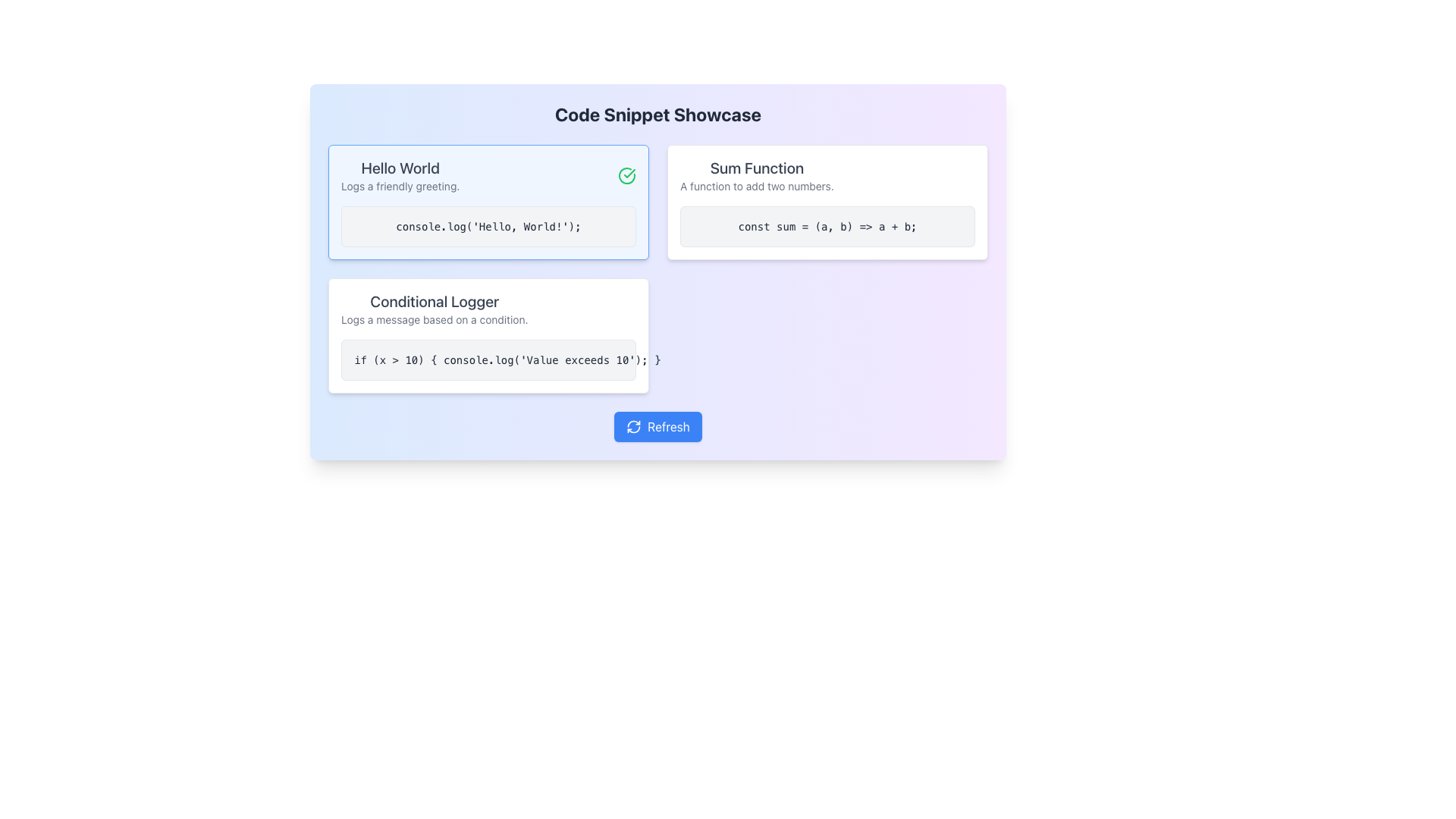 This screenshot has height=819, width=1456. I want to click on the static text label that describes the functionality of the code snippet labeled 'Hello World', located beneath the title in the 'Code Snippet Showcase' section, so click(400, 186).